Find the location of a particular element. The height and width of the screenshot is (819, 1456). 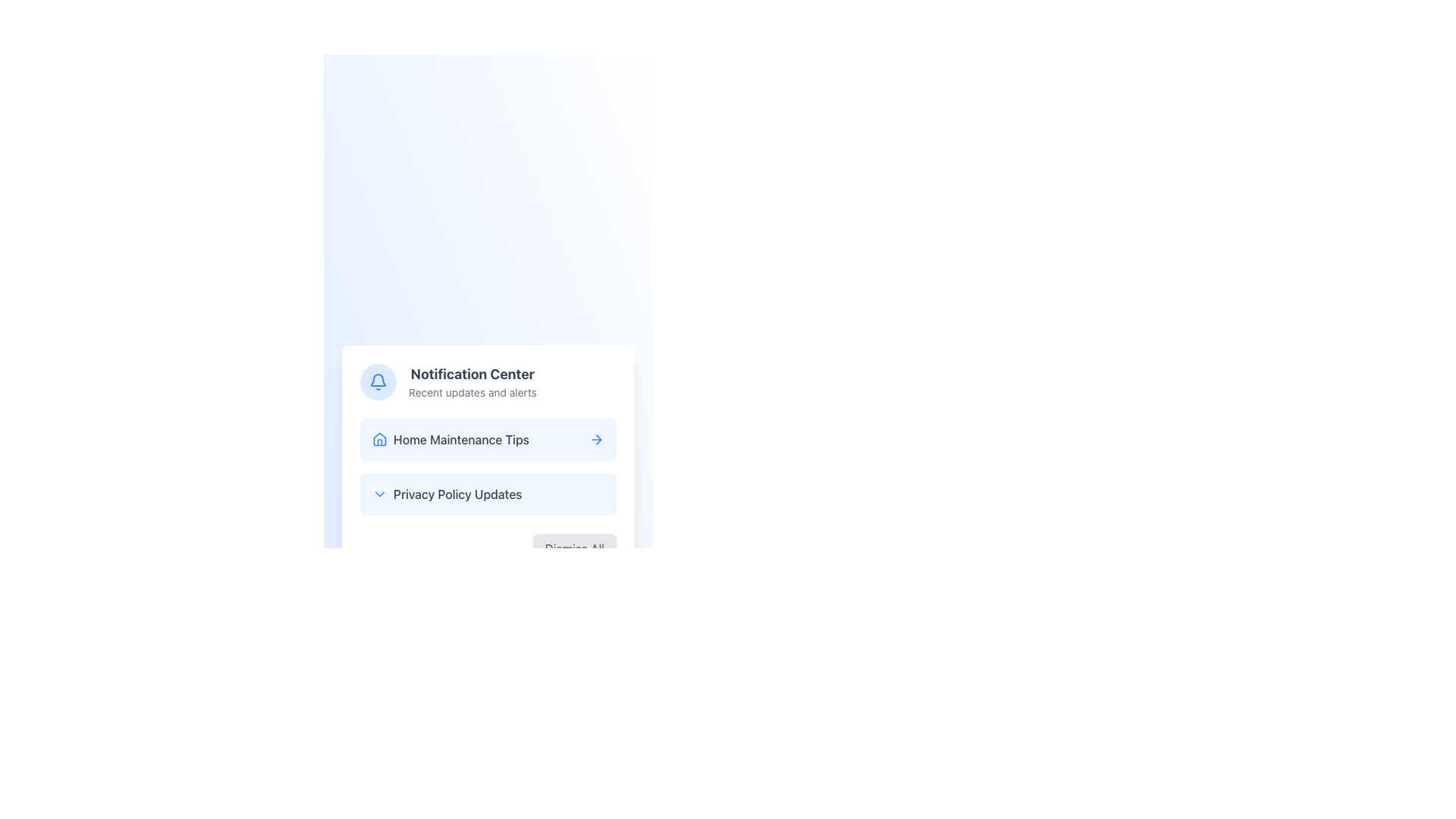

the 'Home Maintenance Tips' button is located at coordinates (488, 439).